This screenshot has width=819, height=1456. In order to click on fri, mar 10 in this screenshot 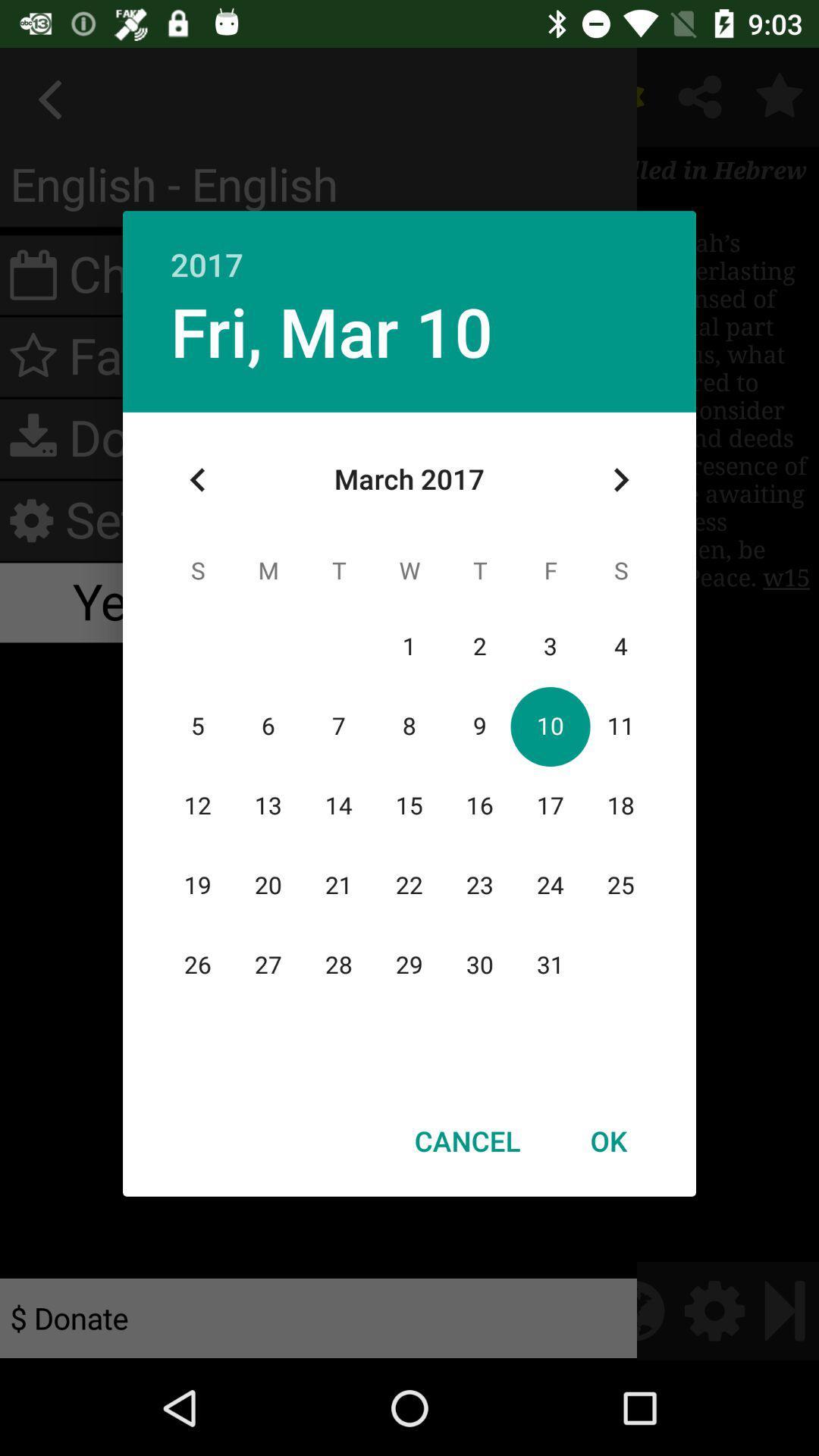, I will do `click(331, 330)`.